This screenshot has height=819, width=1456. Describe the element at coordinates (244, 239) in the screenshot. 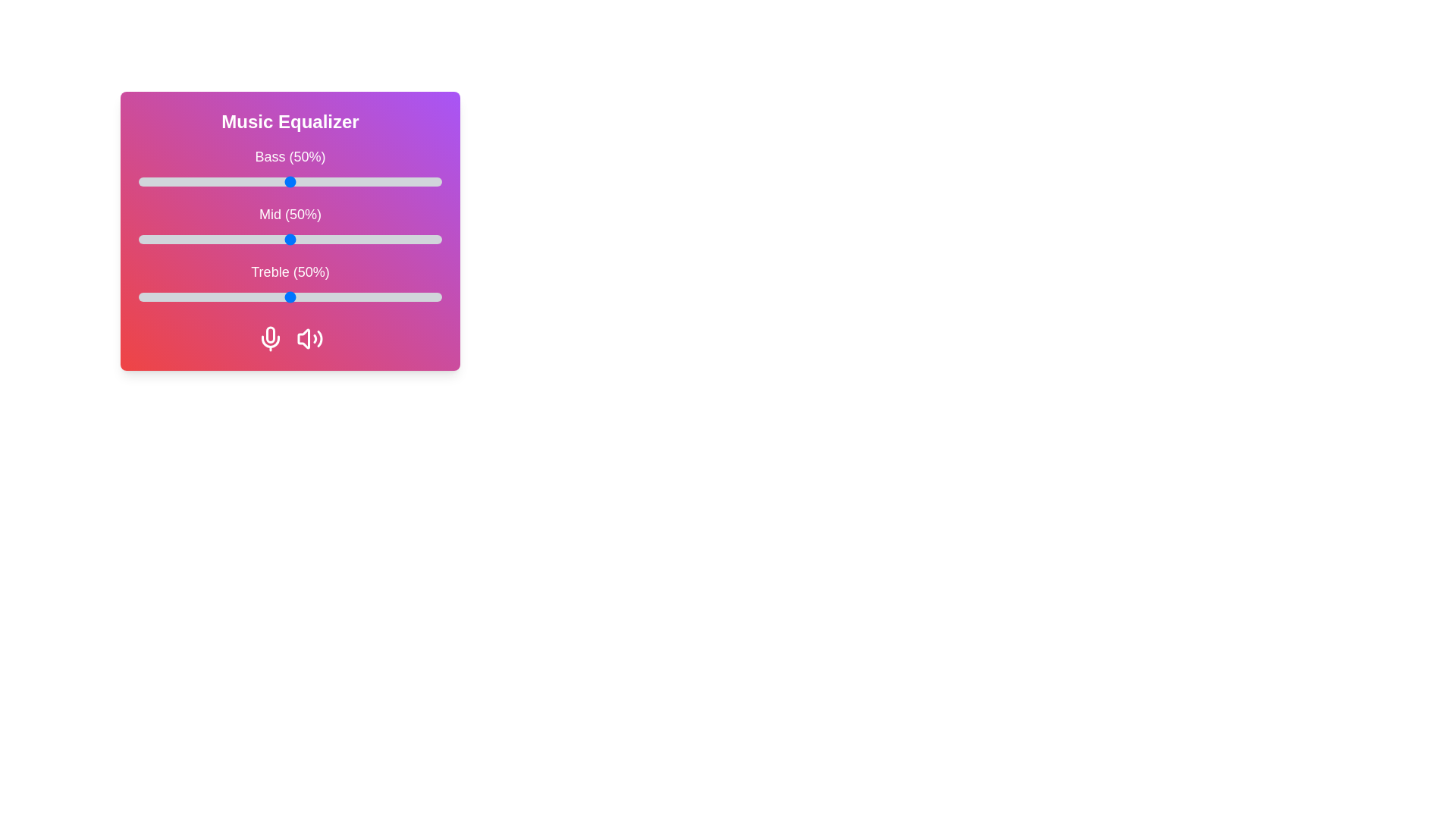

I see `the 1 slider to 35%` at that location.